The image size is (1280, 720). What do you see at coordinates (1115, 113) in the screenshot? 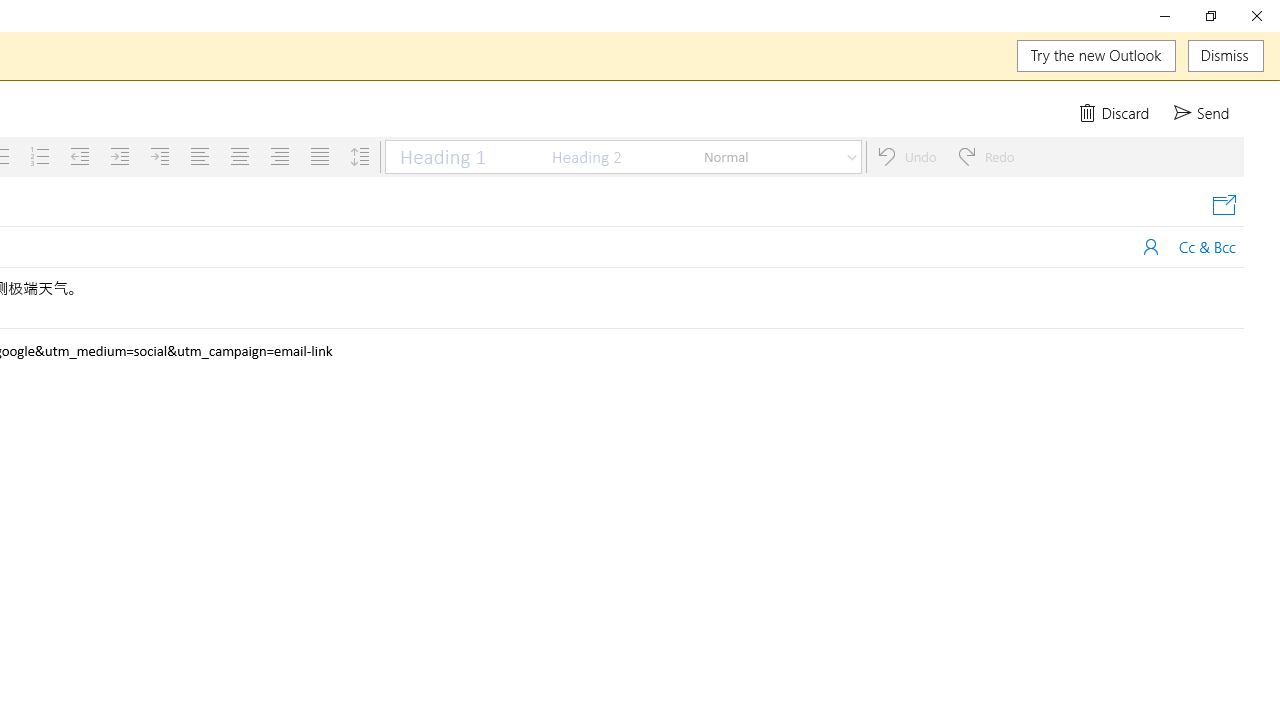
I see `'Discard'` at bounding box center [1115, 113].